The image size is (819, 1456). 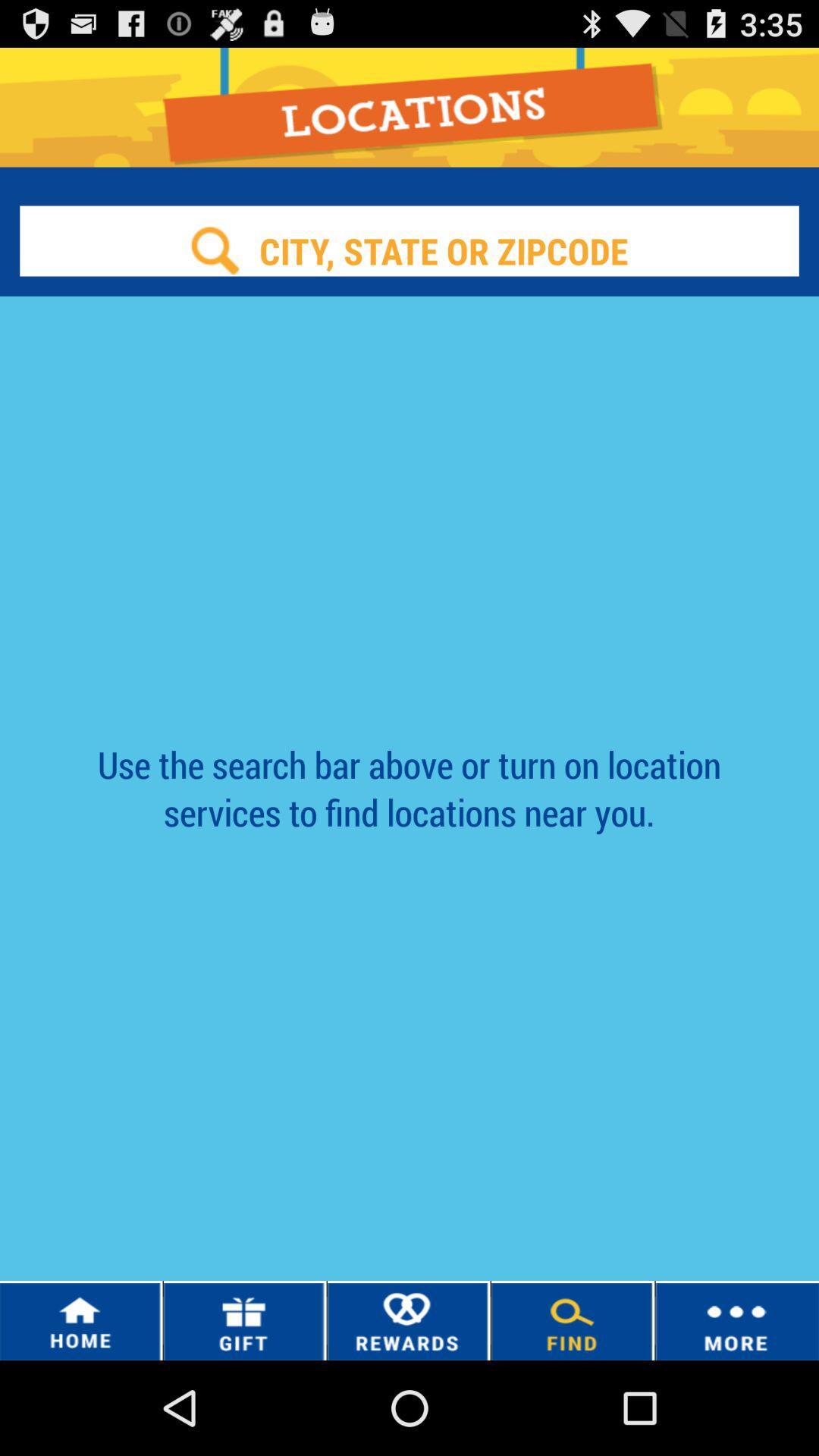 What do you see at coordinates (408, 250) in the screenshot?
I see `search location` at bounding box center [408, 250].